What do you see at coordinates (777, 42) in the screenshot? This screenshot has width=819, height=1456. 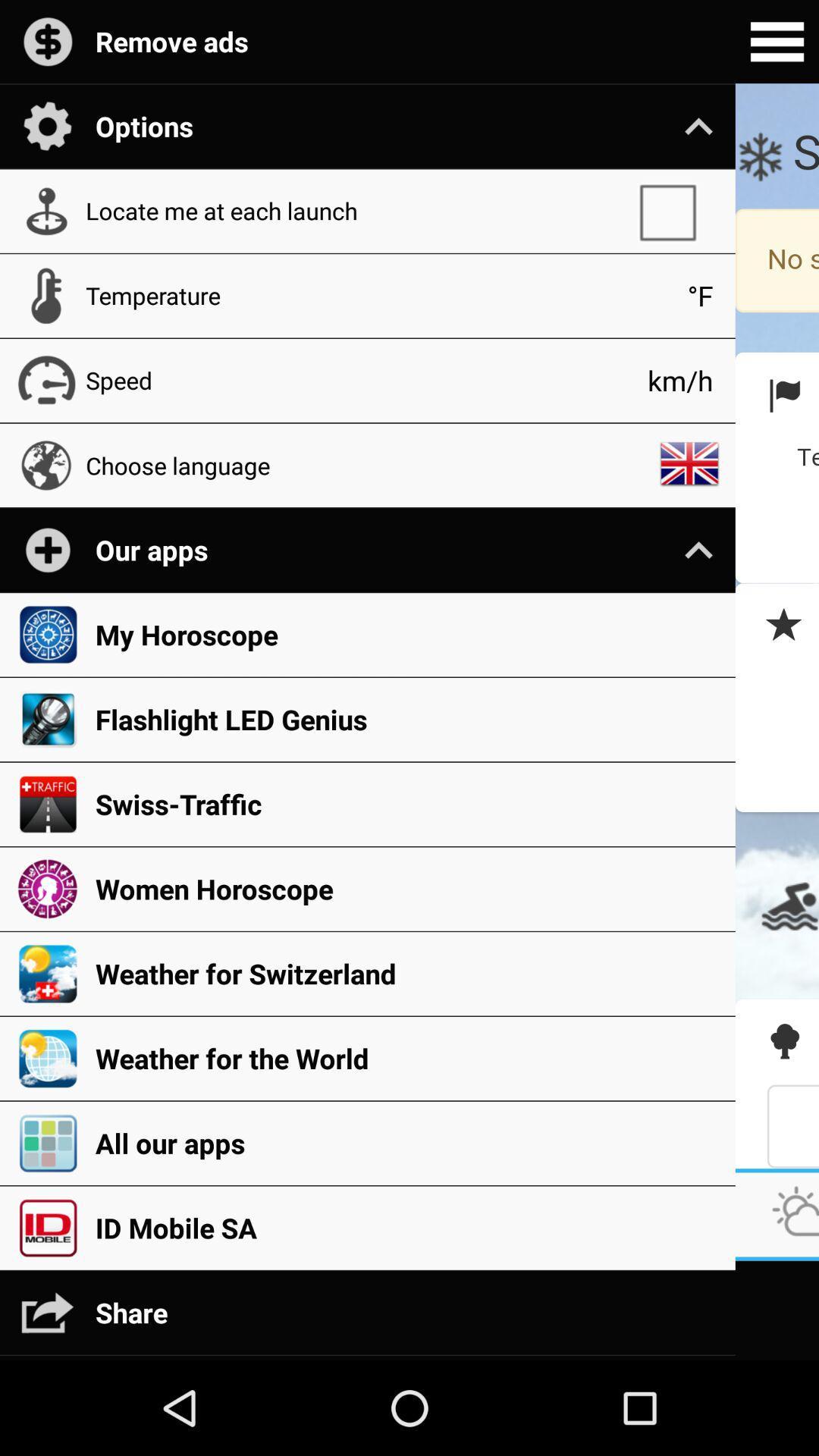 I see `main menu option` at bounding box center [777, 42].